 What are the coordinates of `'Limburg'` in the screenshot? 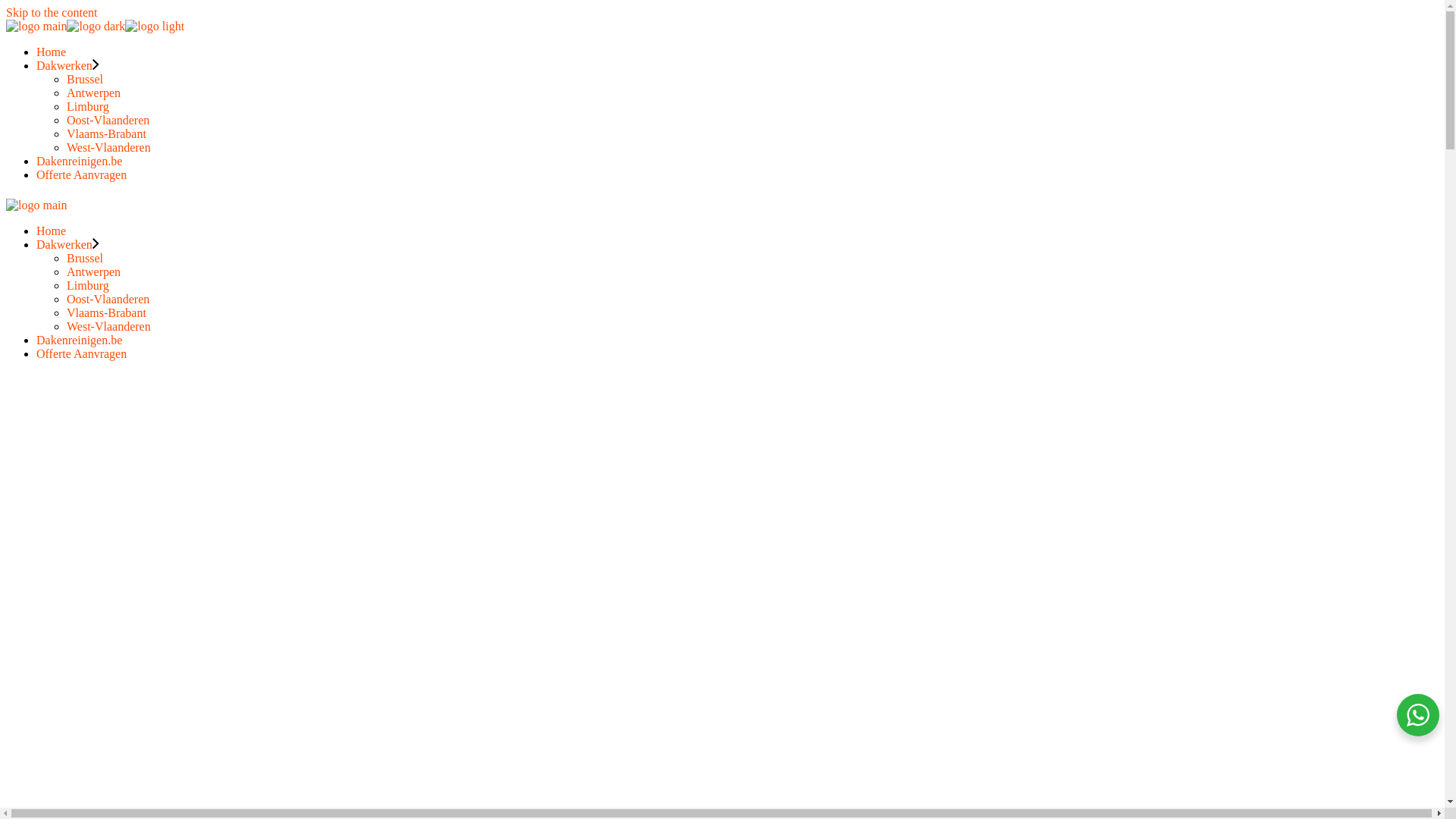 It's located at (86, 105).